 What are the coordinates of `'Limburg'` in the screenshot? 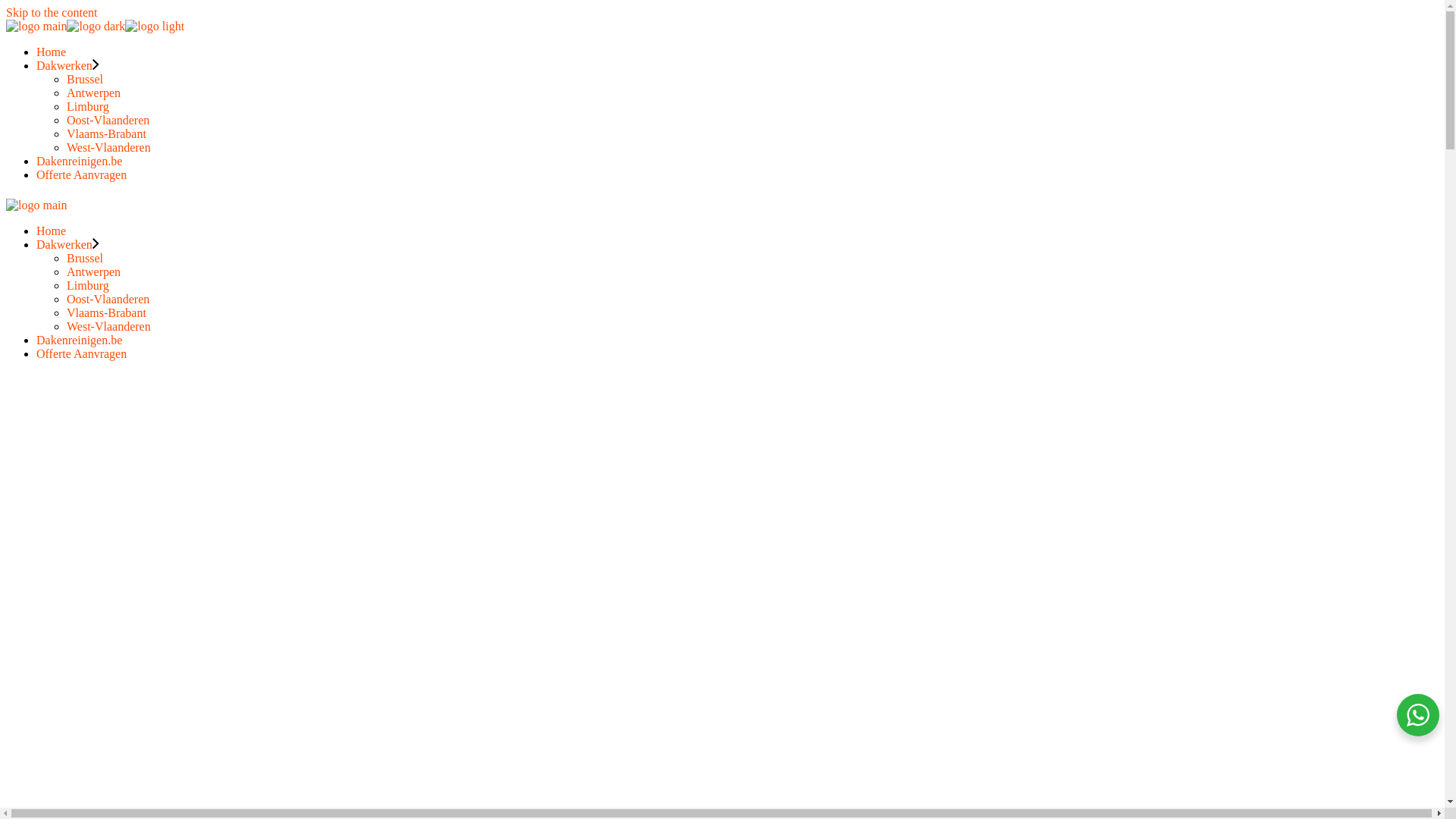 It's located at (86, 105).